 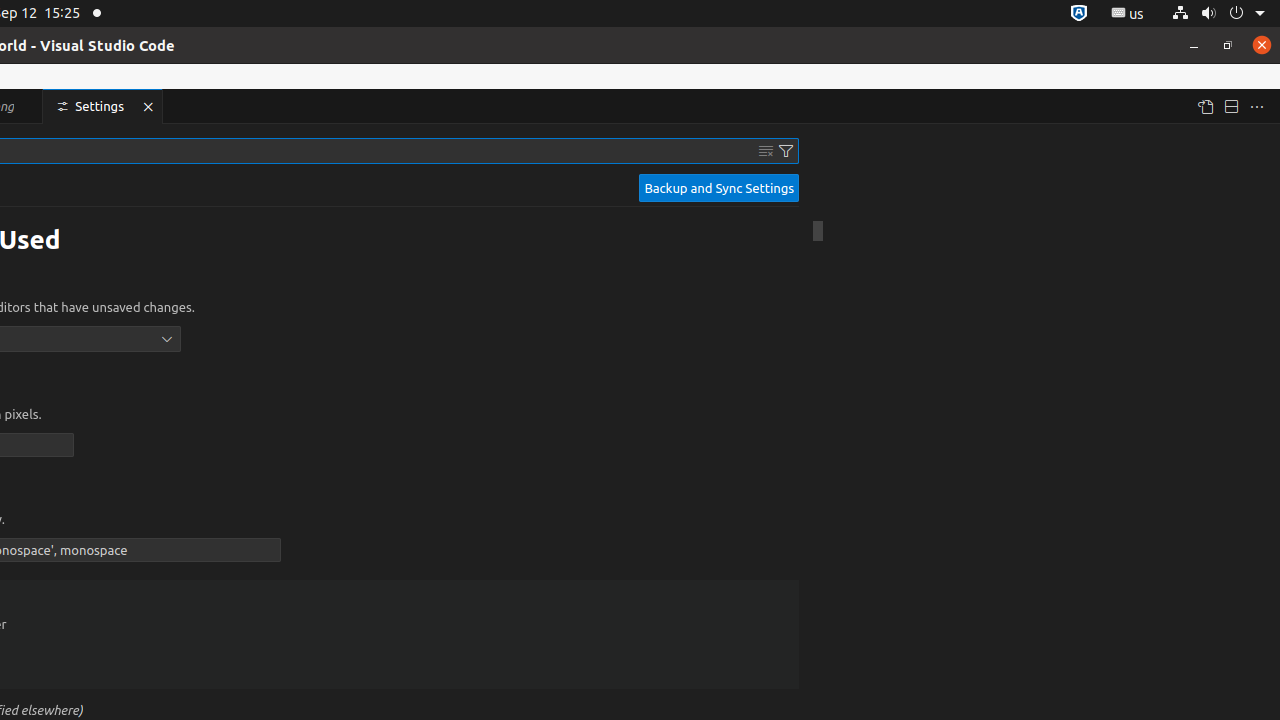 What do you see at coordinates (102, 106) in the screenshot?
I see `'Settings'` at bounding box center [102, 106].